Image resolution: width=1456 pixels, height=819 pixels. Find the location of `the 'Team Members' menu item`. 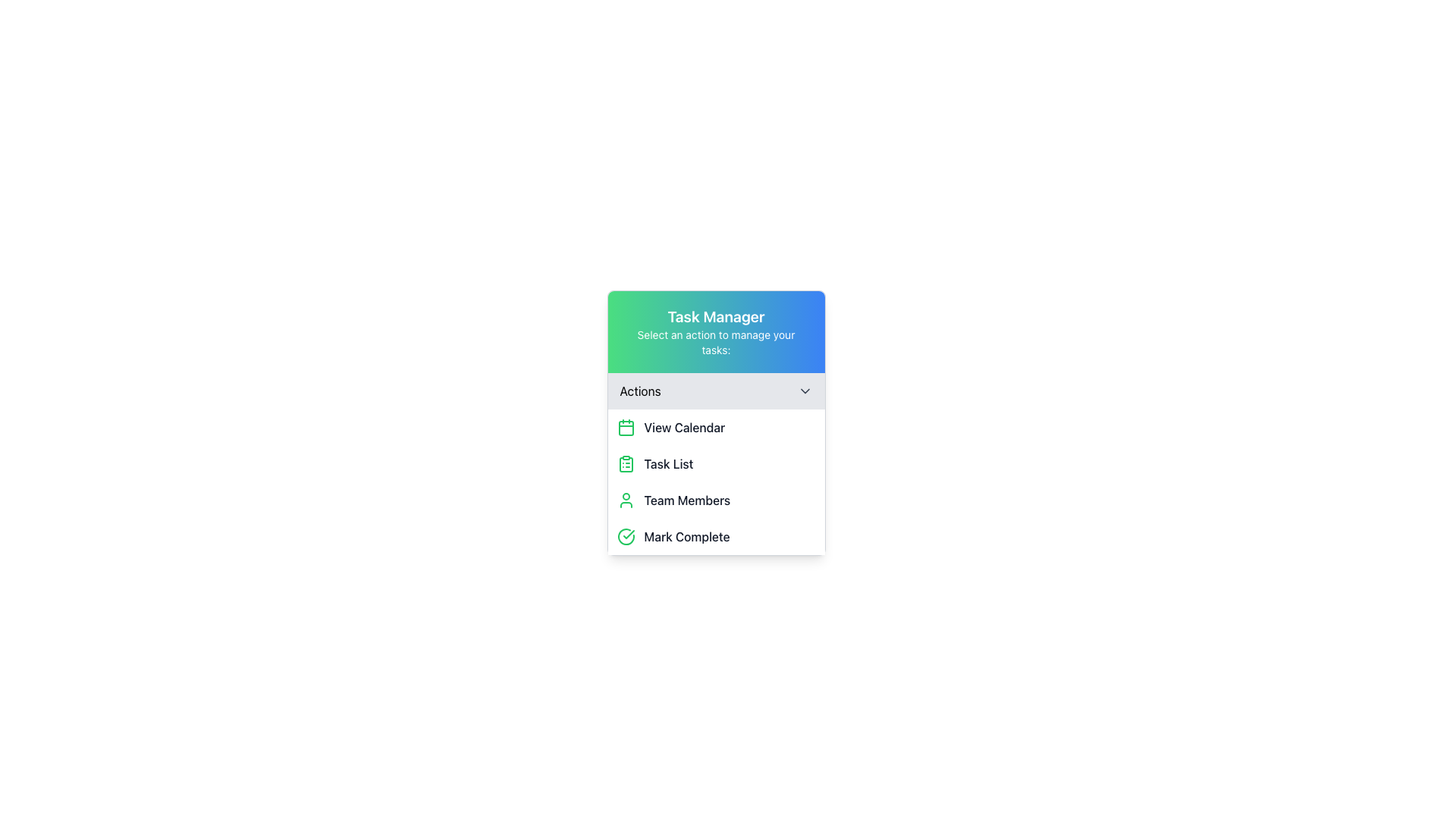

the 'Team Members' menu item is located at coordinates (715, 482).